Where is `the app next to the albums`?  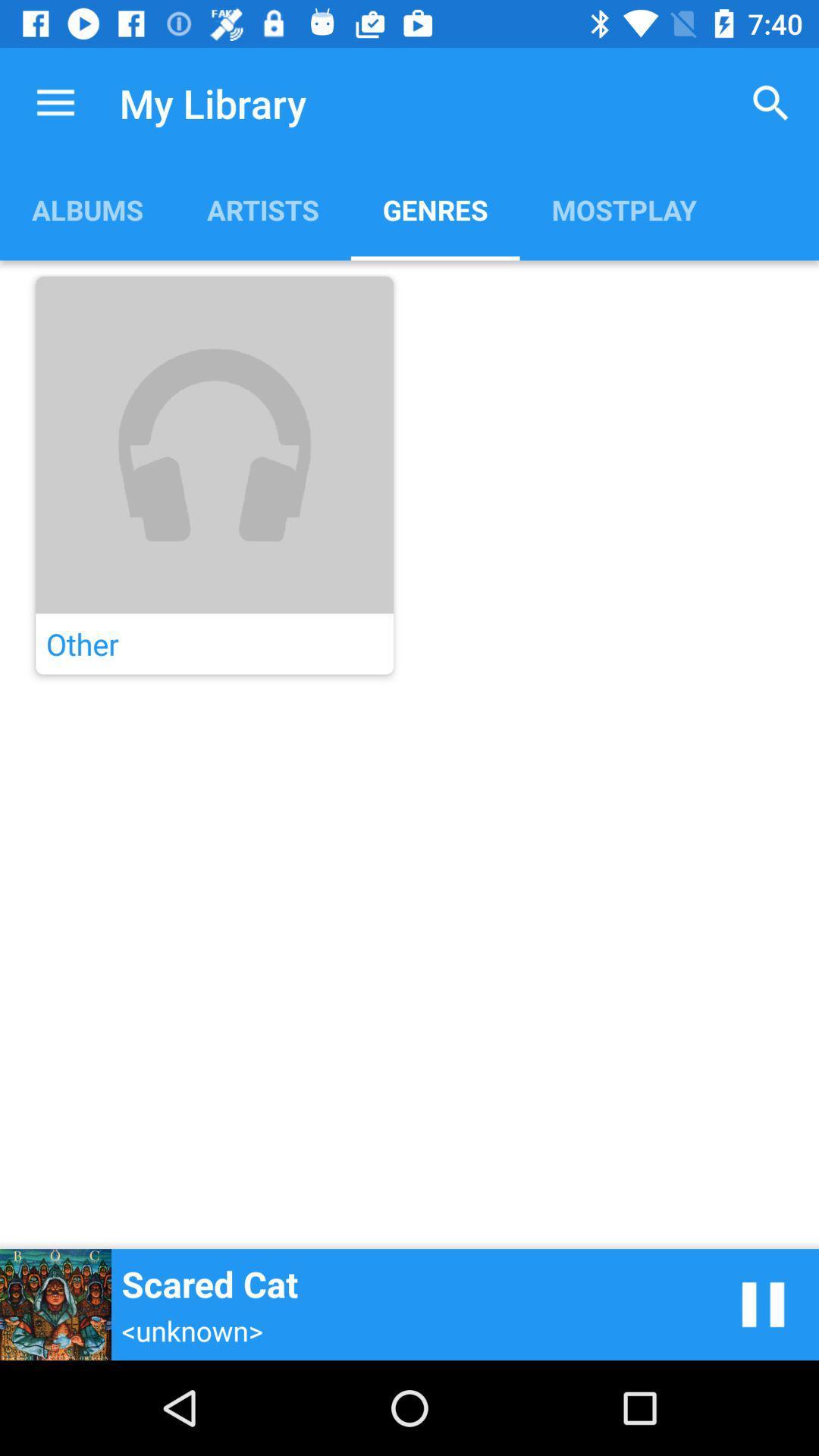
the app next to the albums is located at coordinates (262, 209).